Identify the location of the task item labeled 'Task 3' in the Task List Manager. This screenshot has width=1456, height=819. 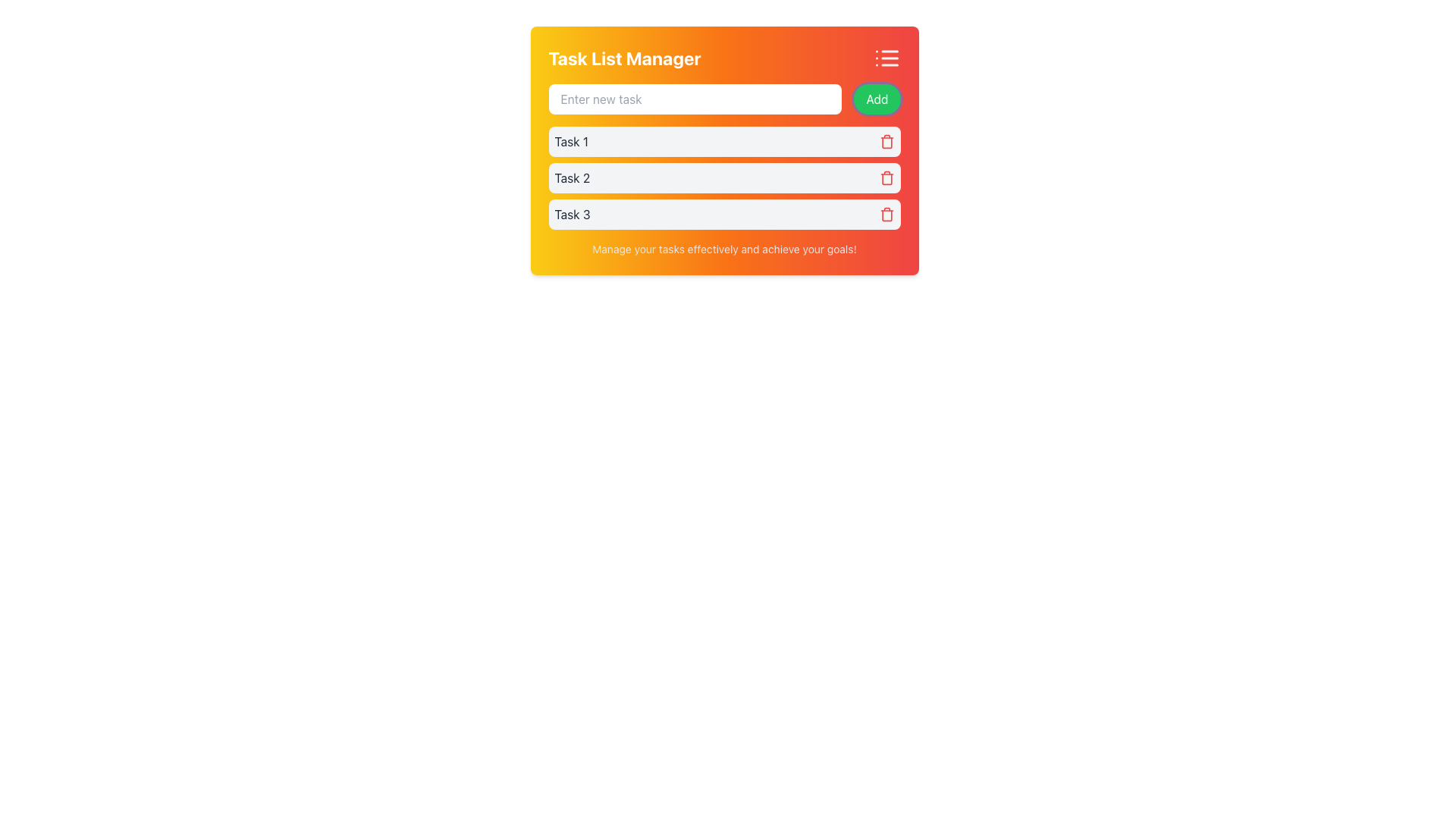
(723, 214).